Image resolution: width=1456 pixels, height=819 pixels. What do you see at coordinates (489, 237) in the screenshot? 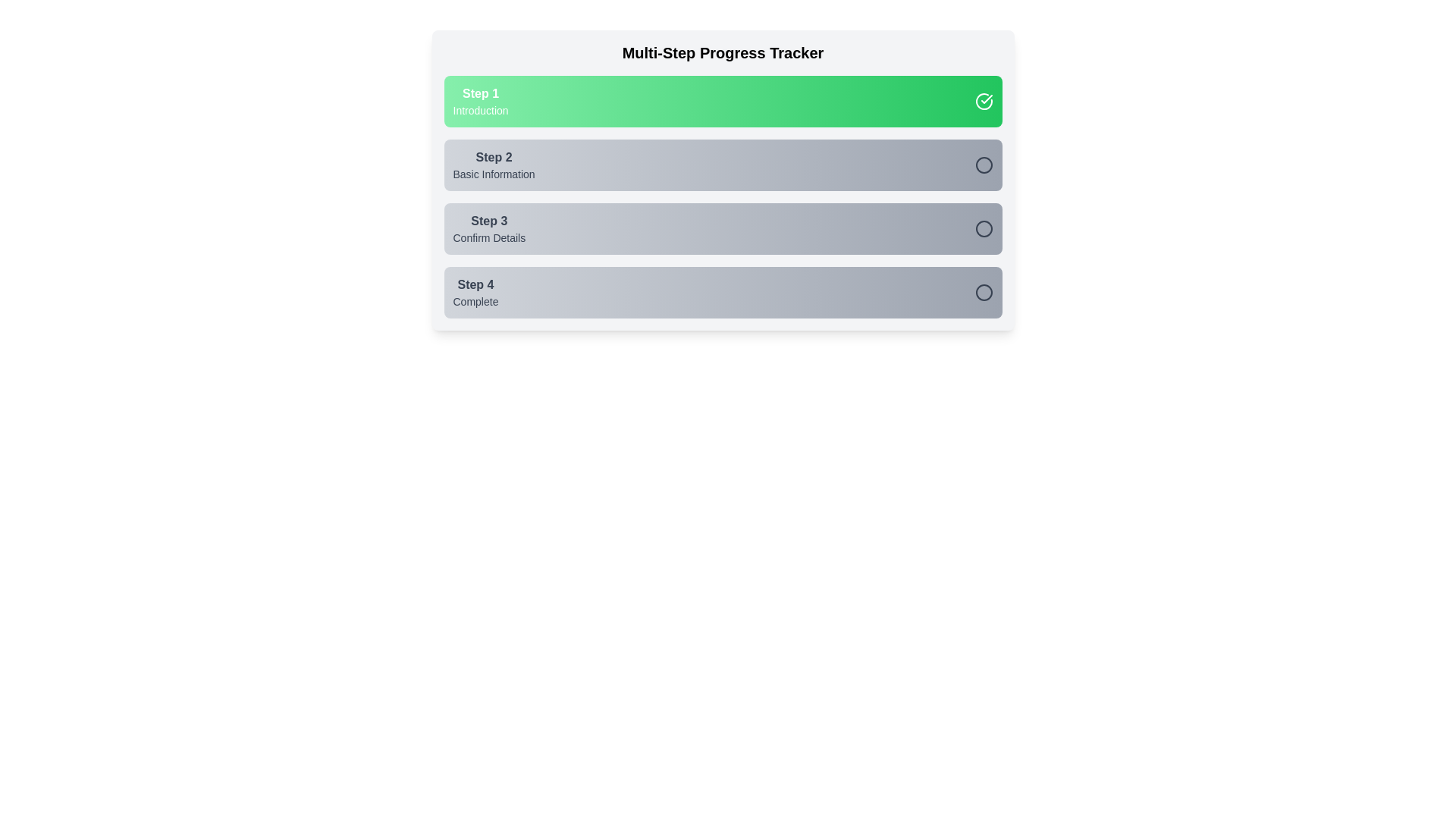
I see `the Text Label that describes the purpose of Step 3 in the progress tracker interface, located below the 'Step 3' text` at bounding box center [489, 237].